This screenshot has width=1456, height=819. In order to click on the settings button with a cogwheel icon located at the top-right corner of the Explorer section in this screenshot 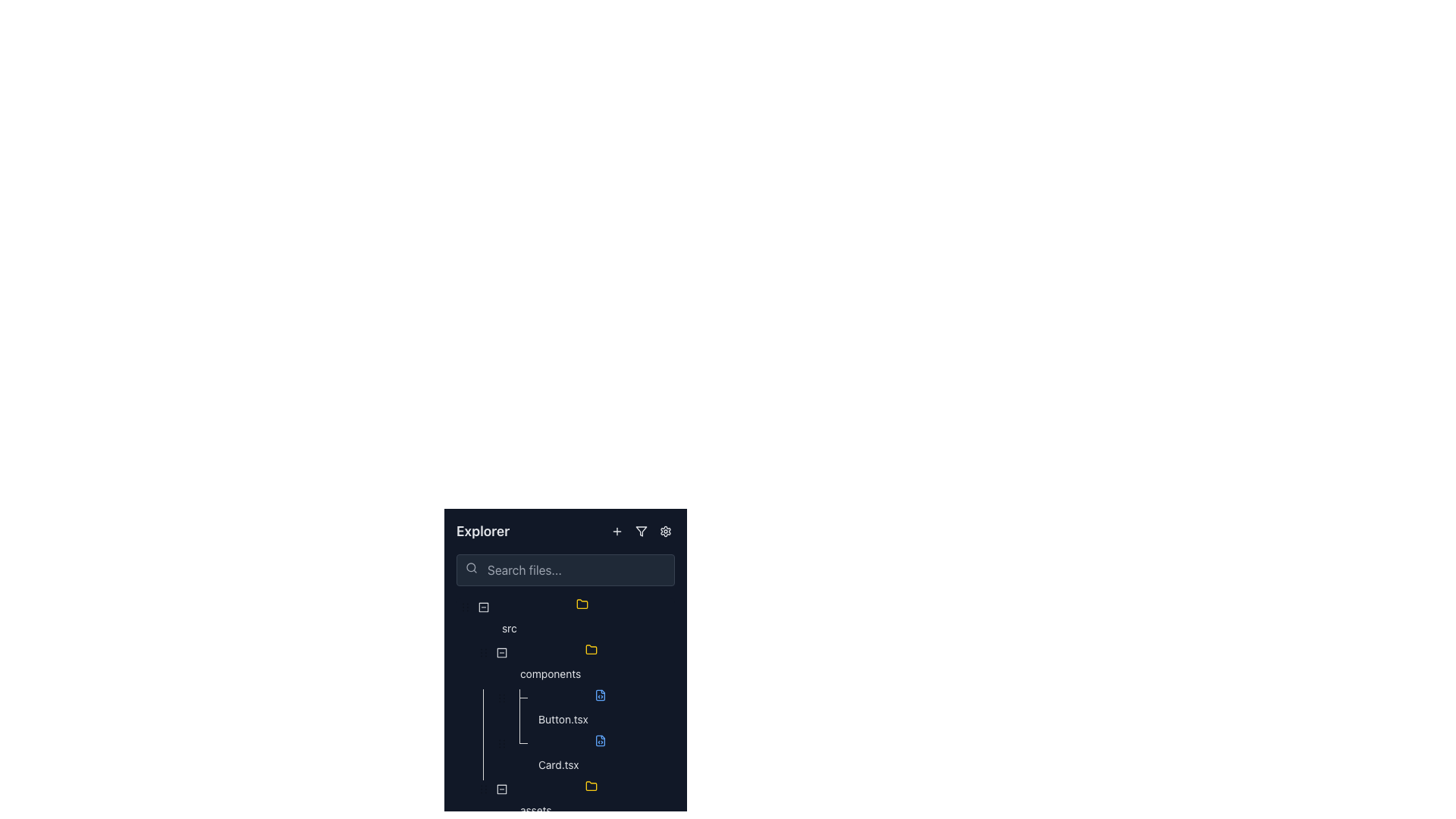, I will do `click(666, 531)`.